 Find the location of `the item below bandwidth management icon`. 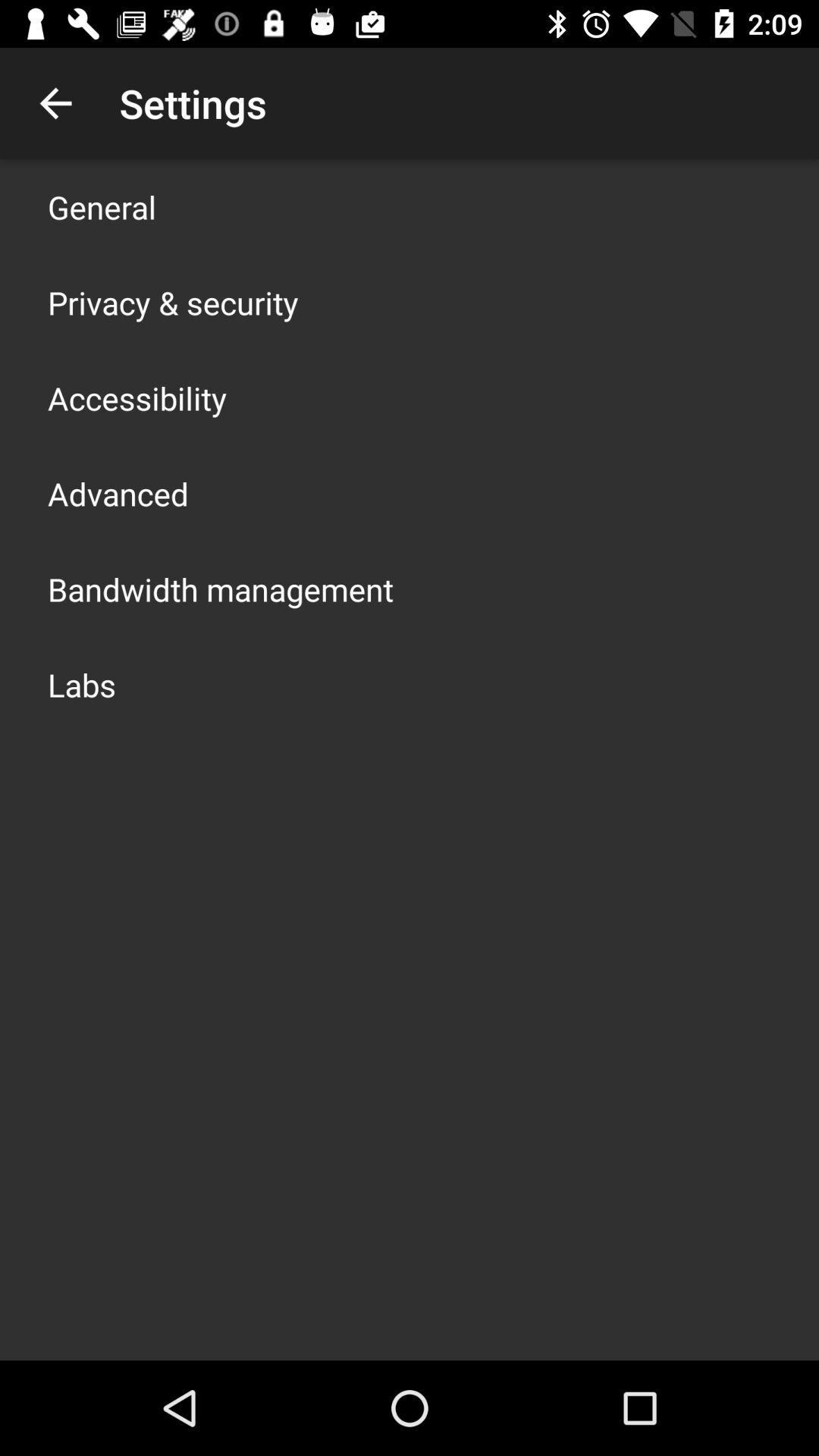

the item below bandwidth management icon is located at coordinates (82, 683).